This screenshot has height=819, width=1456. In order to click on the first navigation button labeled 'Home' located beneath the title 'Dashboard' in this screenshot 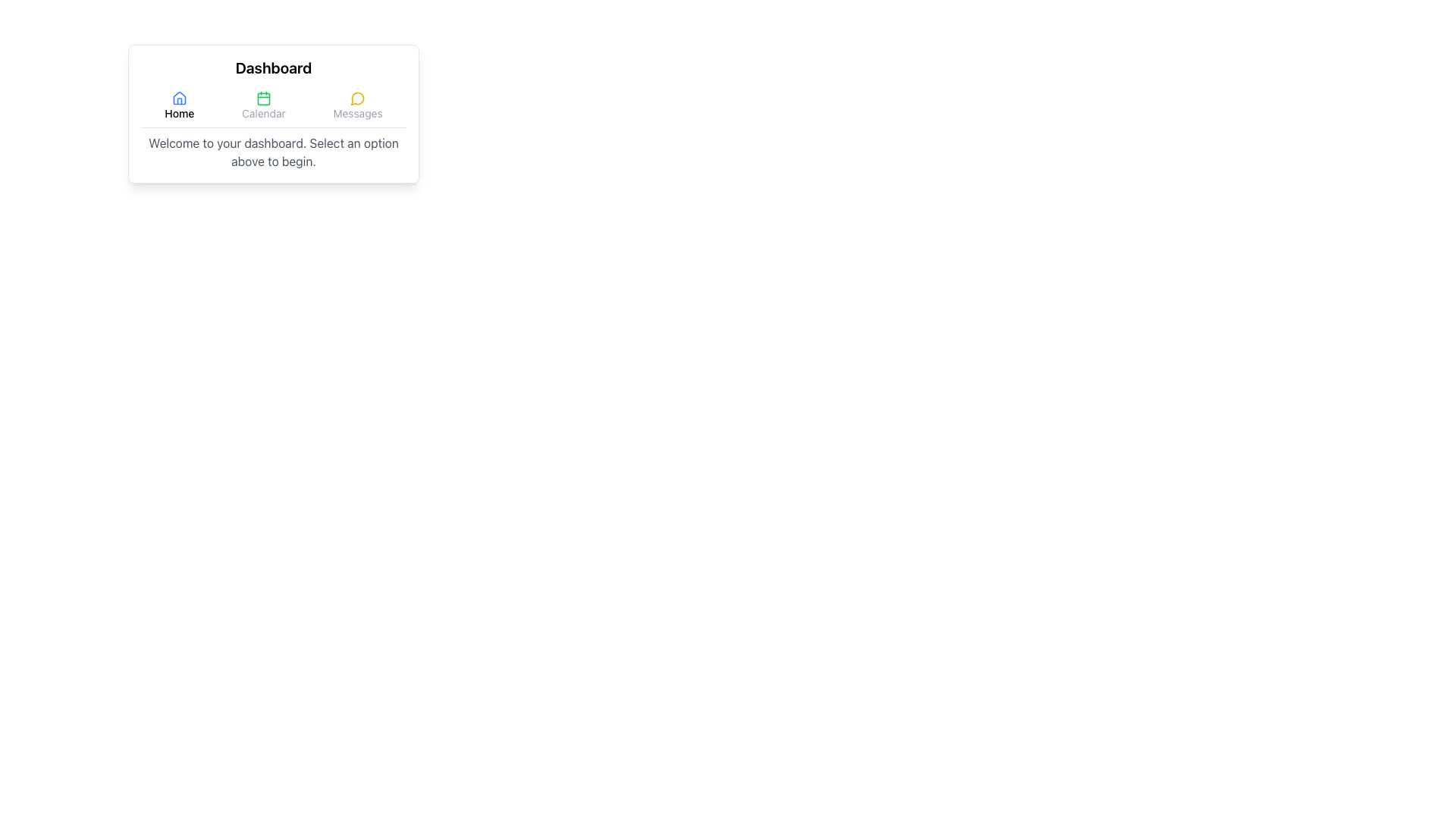, I will do `click(179, 105)`.